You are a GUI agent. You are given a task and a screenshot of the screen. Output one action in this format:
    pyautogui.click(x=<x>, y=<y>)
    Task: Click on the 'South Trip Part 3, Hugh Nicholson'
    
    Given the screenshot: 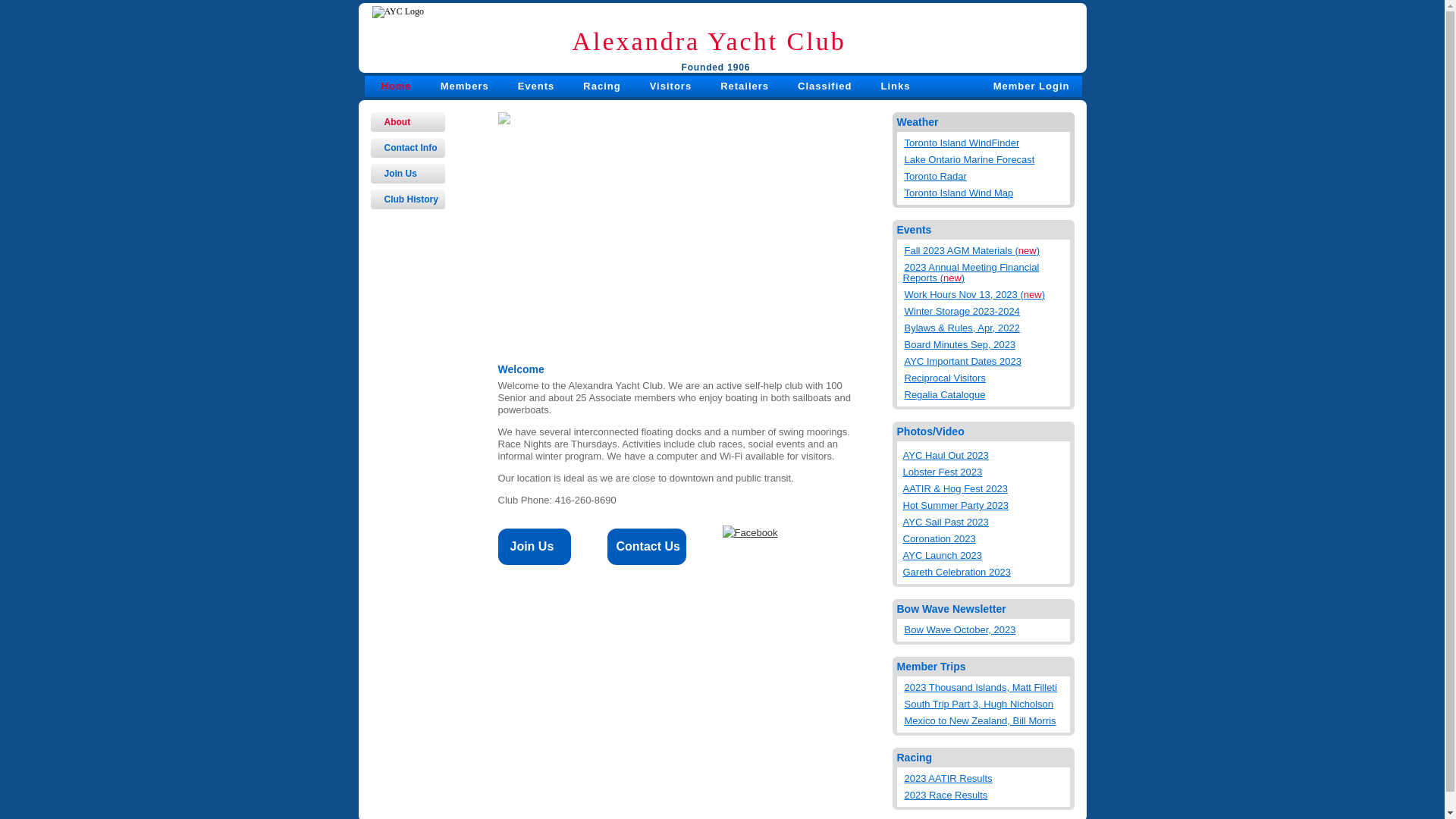 What is the action you would take?
    pyautogui.click(x=902, y=701)
    